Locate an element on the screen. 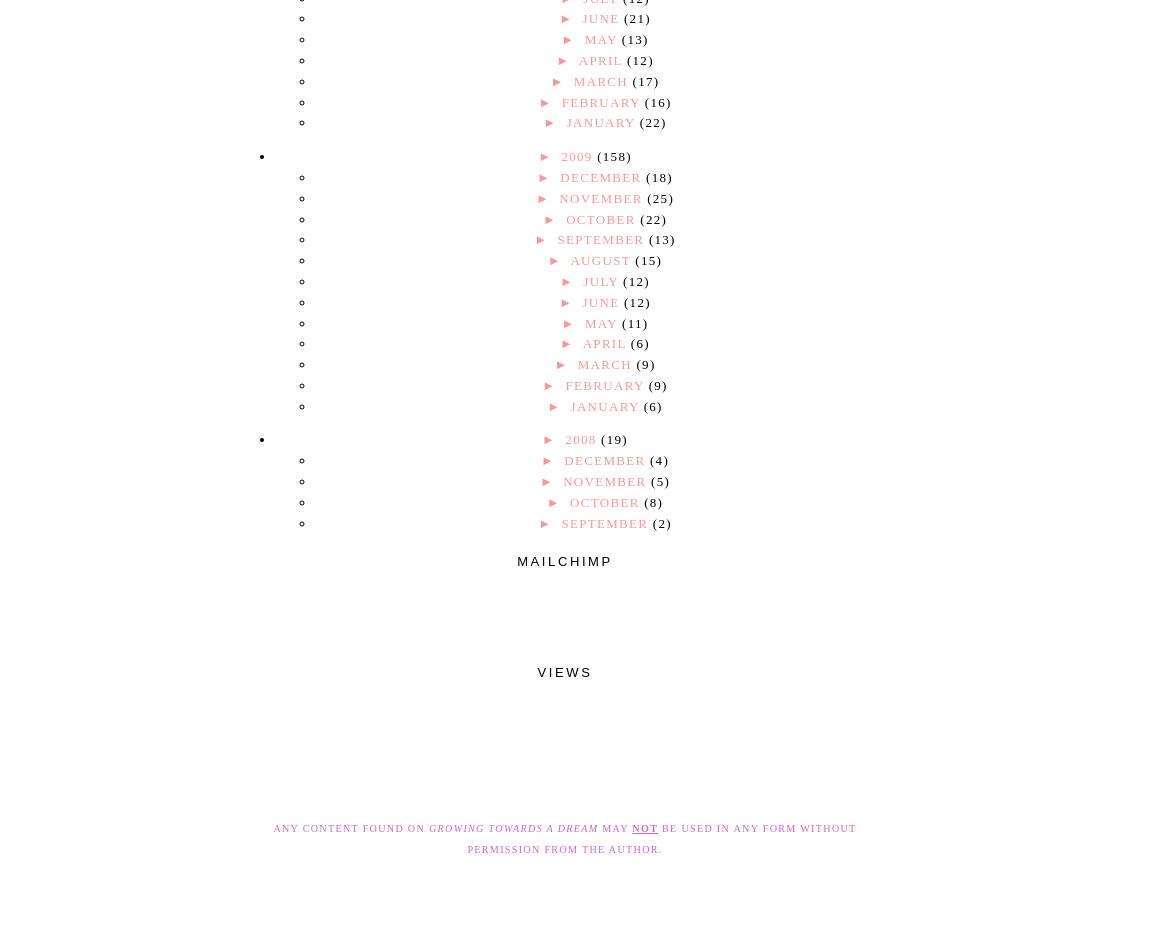  'MailChimp' is located at coordinates (564, 559).